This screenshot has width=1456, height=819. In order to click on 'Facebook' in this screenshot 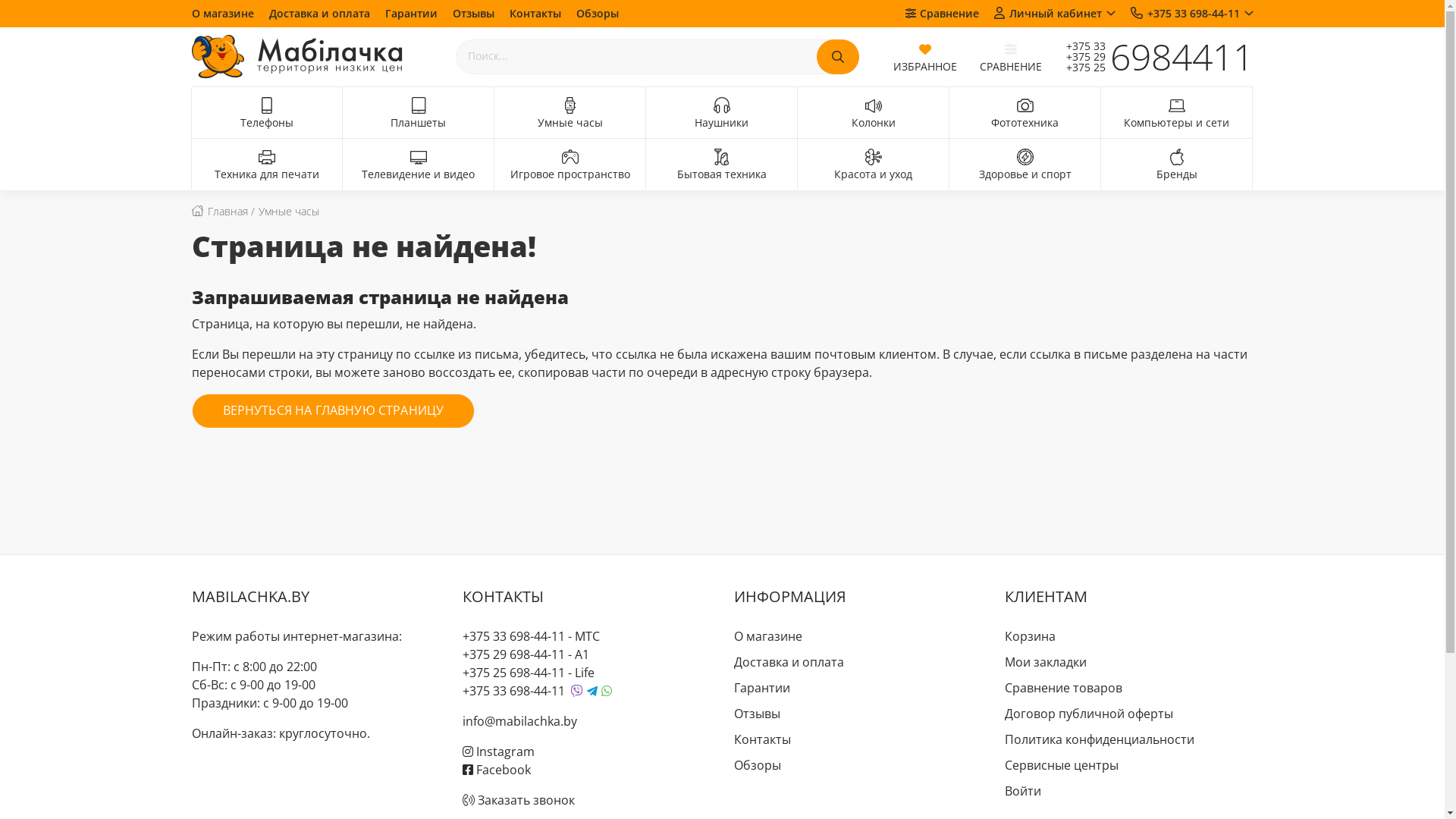, I will do `click(496, 769)`.